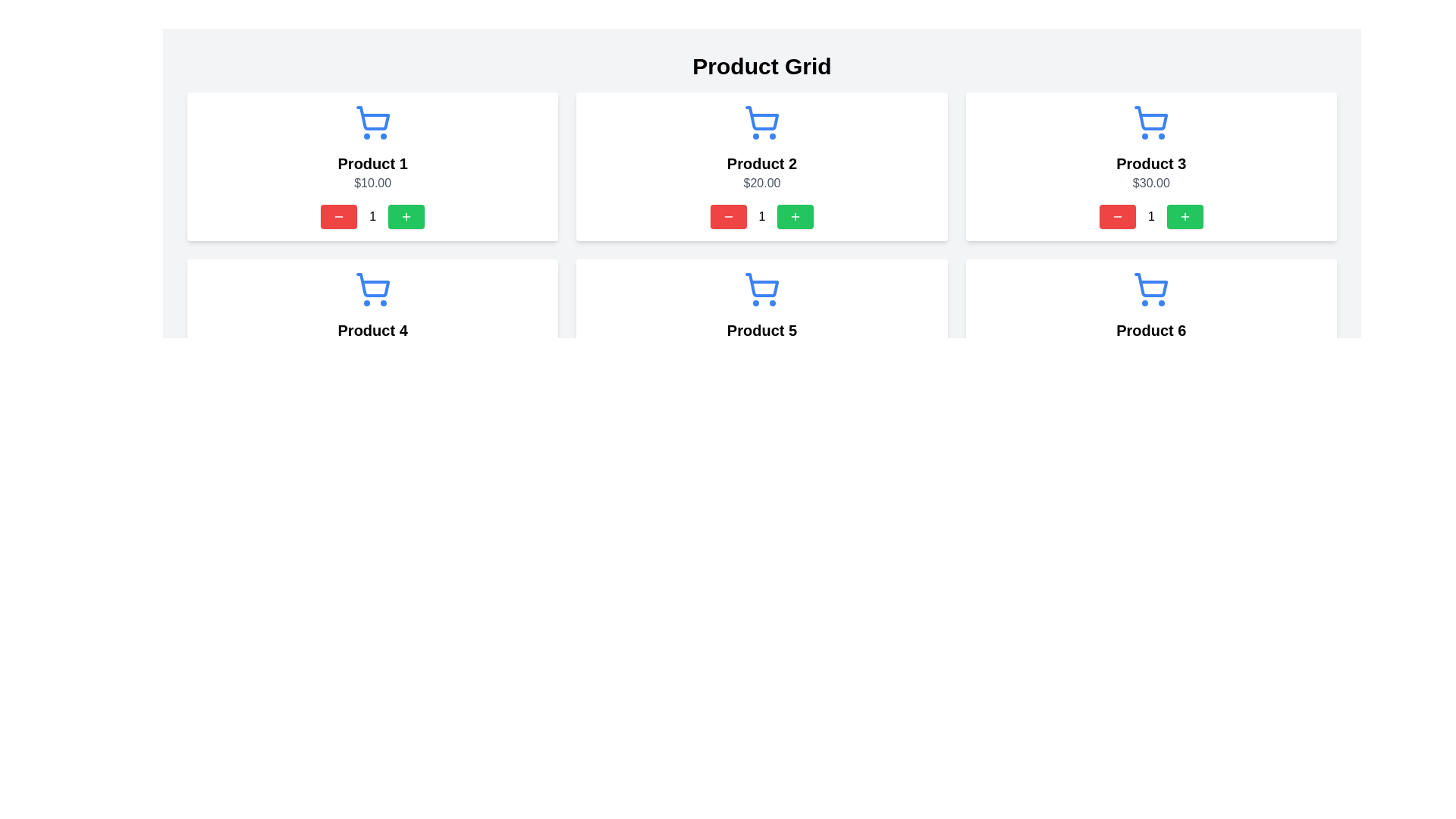 Image resolution: width=1456 pixels, height=819 pixels. Describe the element at coordinates (372, 183) in the screenshot. I see `the static text label displaying the price '$10.00' located beneath 'Product 1' in the first product card of the grid` at that location.